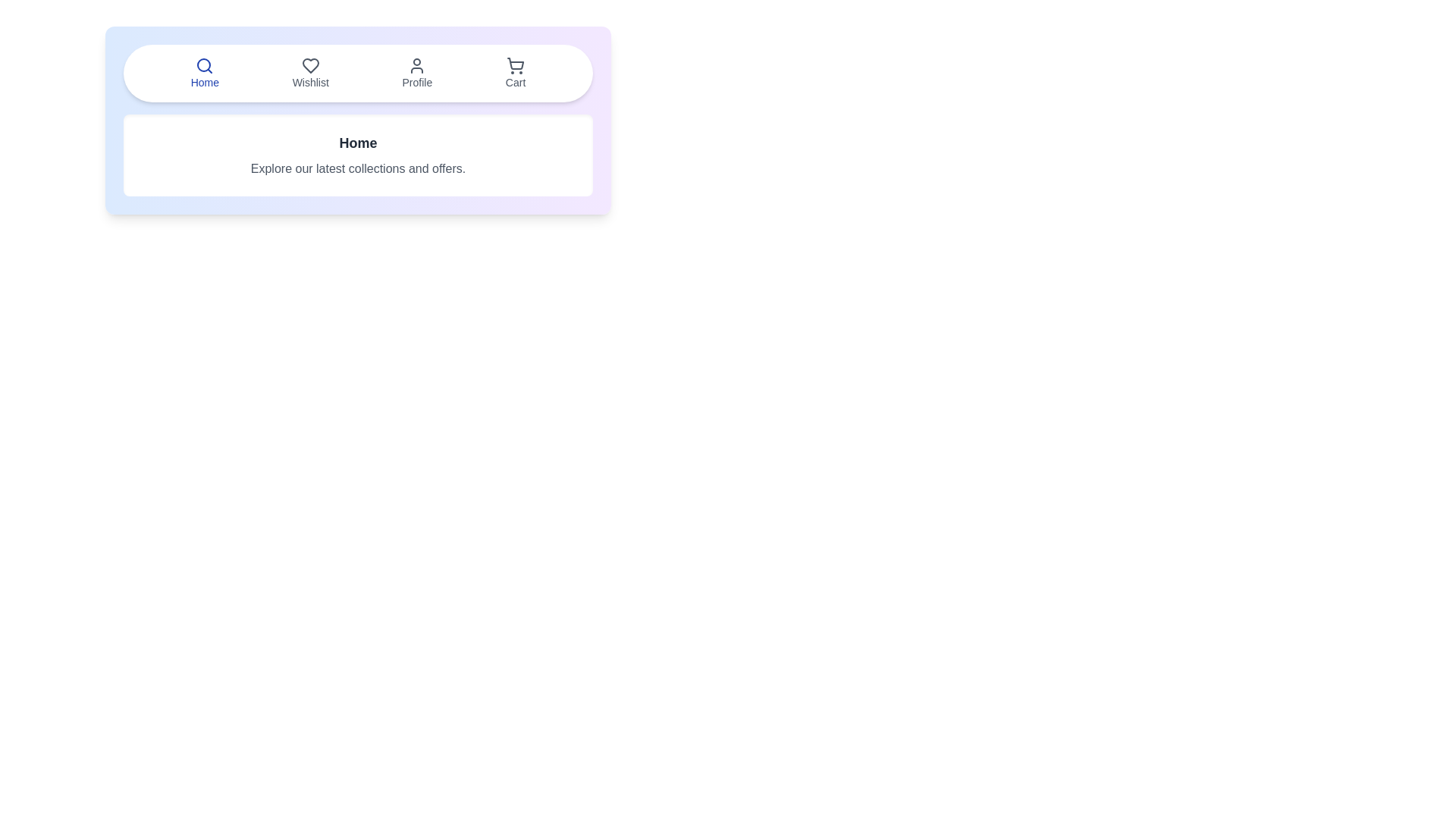  What do you see at coordinates (516, 73) in the screenshot?
I see `the tab labeled Cart to switch to that tab` at bounding box center [516, 73].